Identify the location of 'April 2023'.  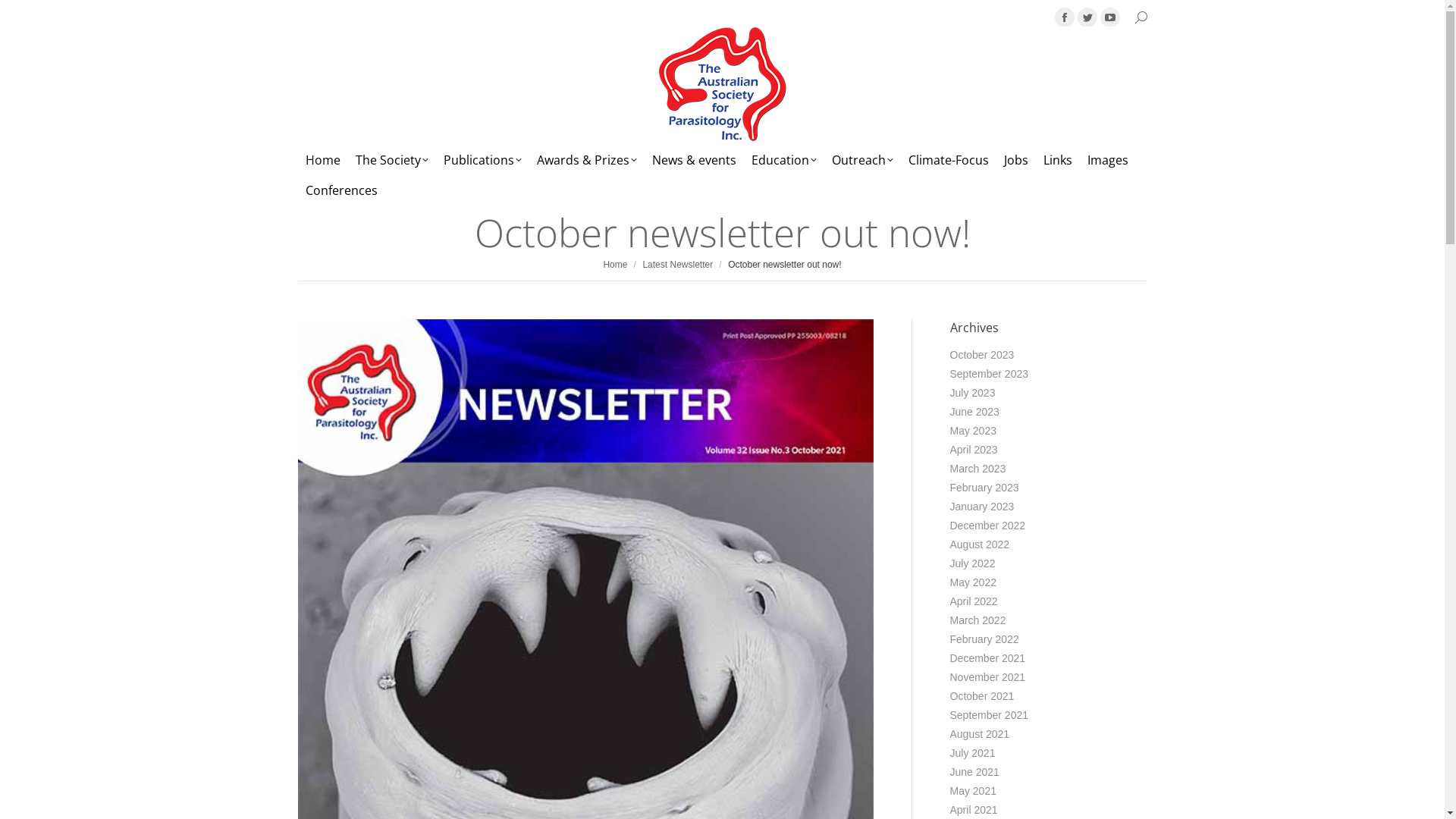
(973, 449).